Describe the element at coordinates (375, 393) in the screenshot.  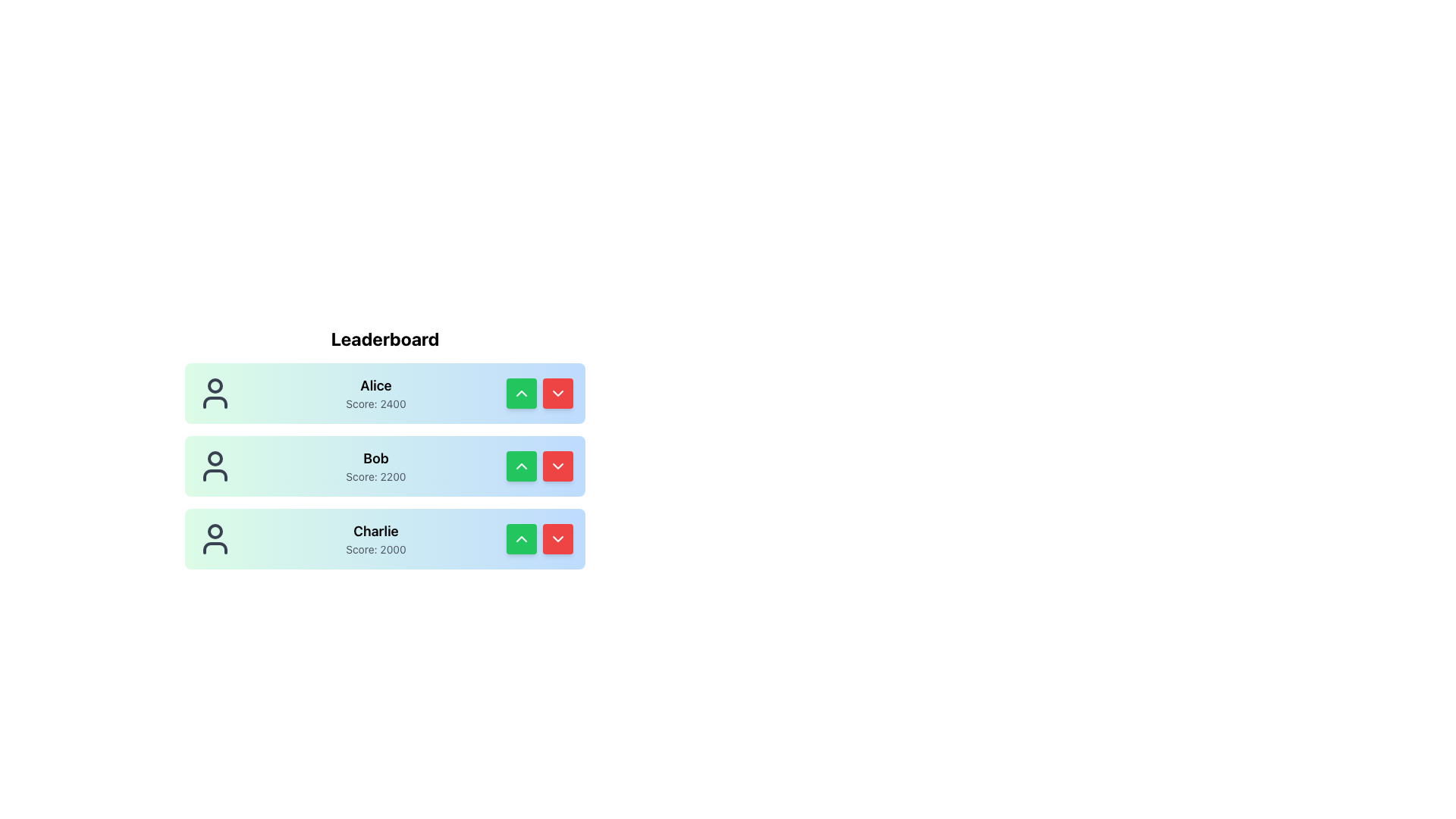
I see `the Text Display element that shows the user's name 'Alice' and score 'Score: 2400', located at the top of the leaderboard component` at that location.